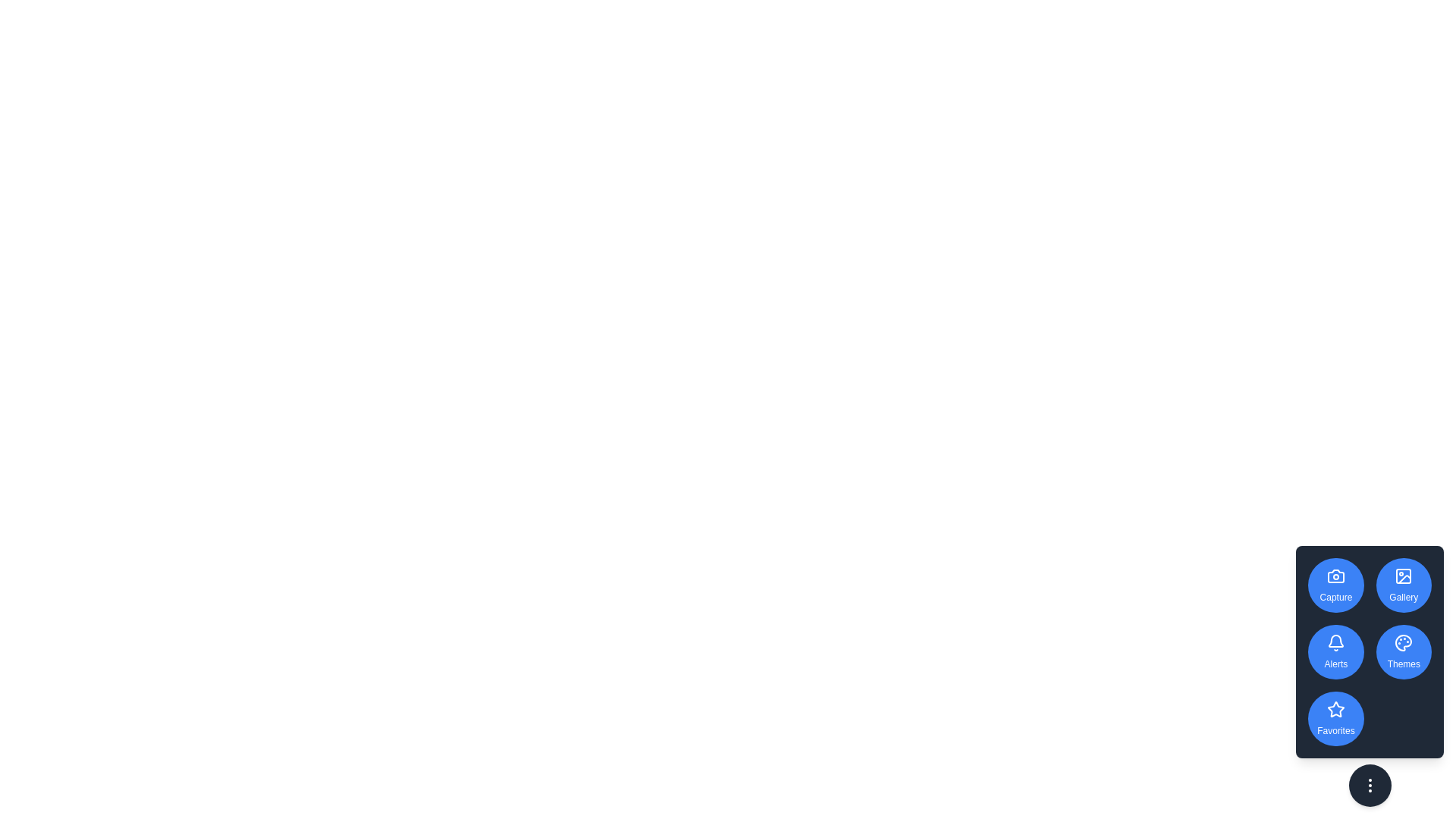 The width and height of the screenshot is (1456, 819). What do you see at coordinates (1335, 718) in the screenshot?
I see `the 'Favorites' button to manage favorite items` at bounding box center [1335, 718].